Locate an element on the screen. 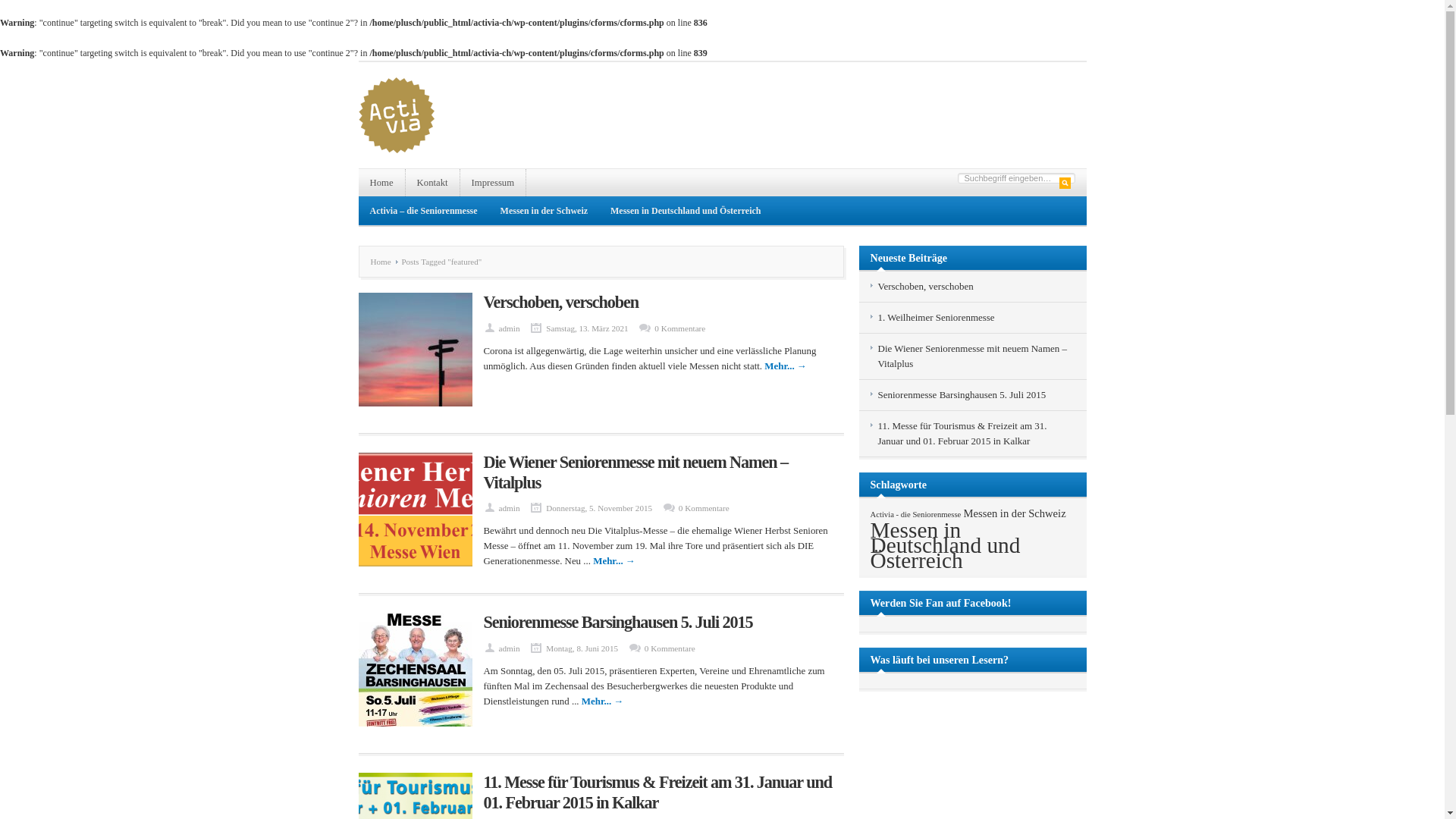 Image resolution: width=1456 pixels, height=819 pixels. 'Verschoben, verschoben' is located at coordinates (924, 286).